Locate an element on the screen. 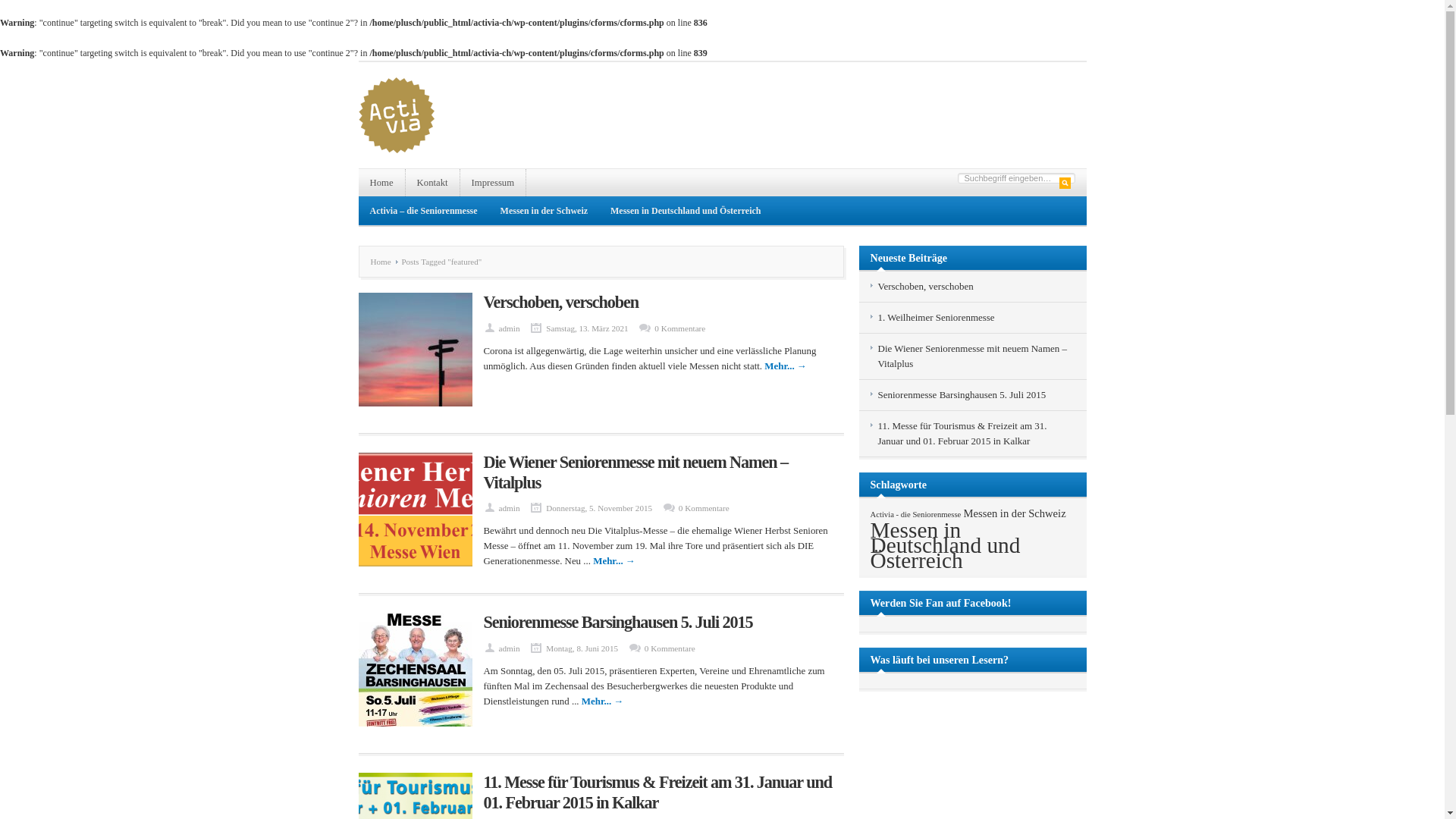 Image resolution: width=1456 pixels, height=819 pixels. 'Verschoben, verschoben' is located at coordinates (924, 286).